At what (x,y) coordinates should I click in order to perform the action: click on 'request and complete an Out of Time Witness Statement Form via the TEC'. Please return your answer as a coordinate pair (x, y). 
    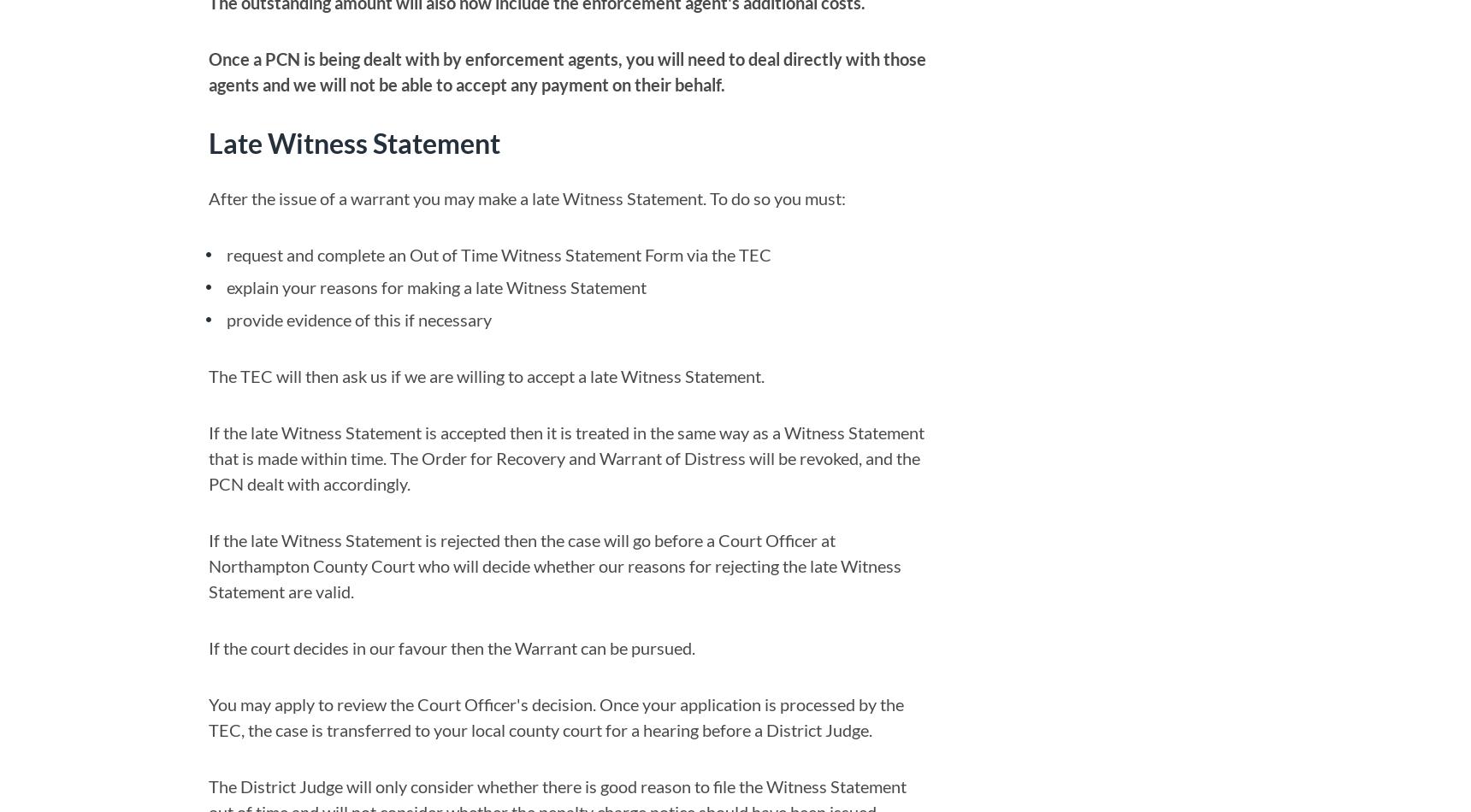
    Looking at the image, I should click on (498, 254).